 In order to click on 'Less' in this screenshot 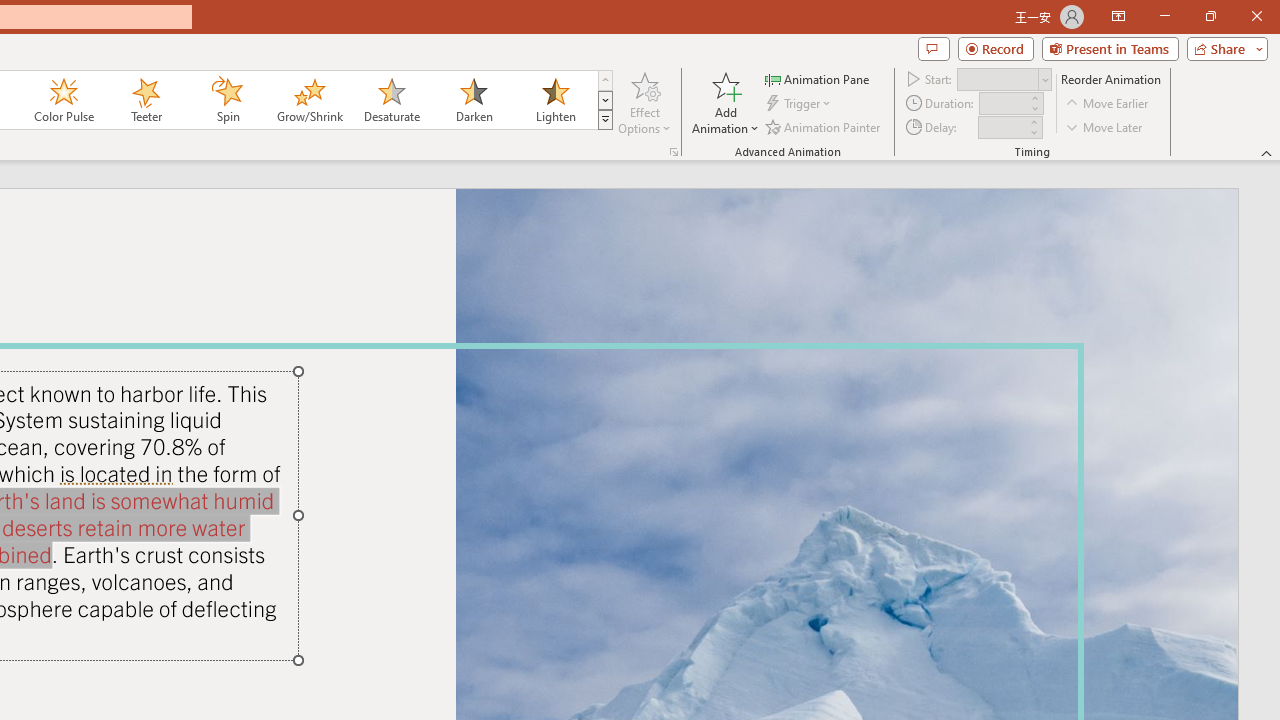, I will do `click(1033, 132)`.